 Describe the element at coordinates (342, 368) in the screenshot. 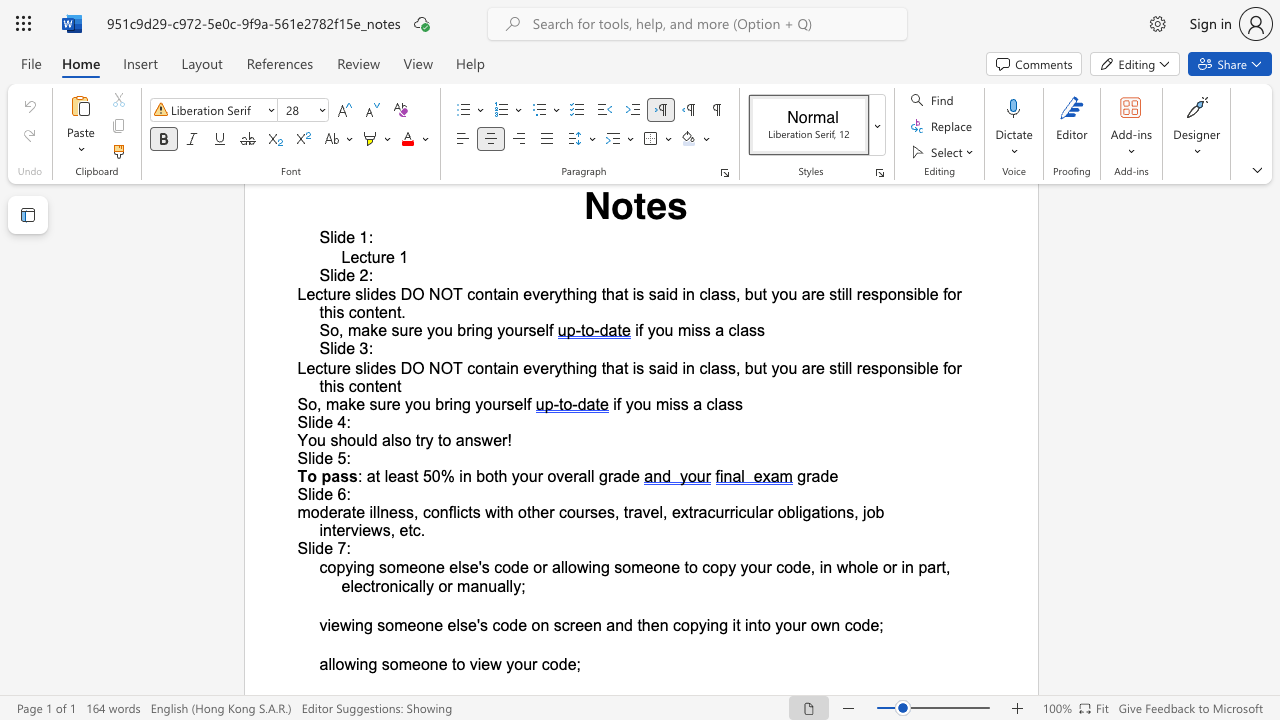

I see `the subset text "e sli" within the text "Lecture slides DO NOT"` at that location.